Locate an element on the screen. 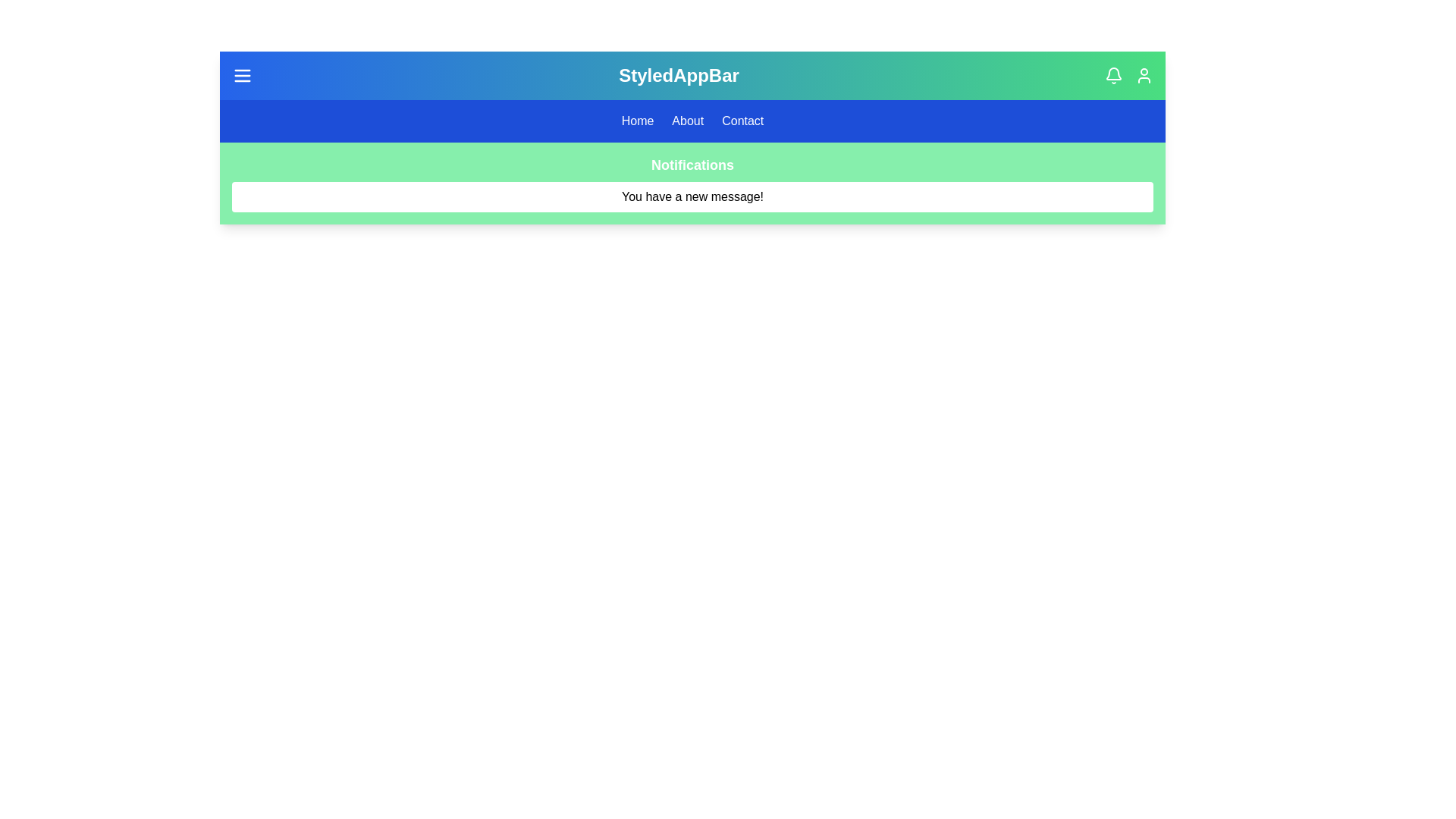  the 'Home' navigation link located at the leftmost position of the blue navigation bar is located at coordinates (637, 120).